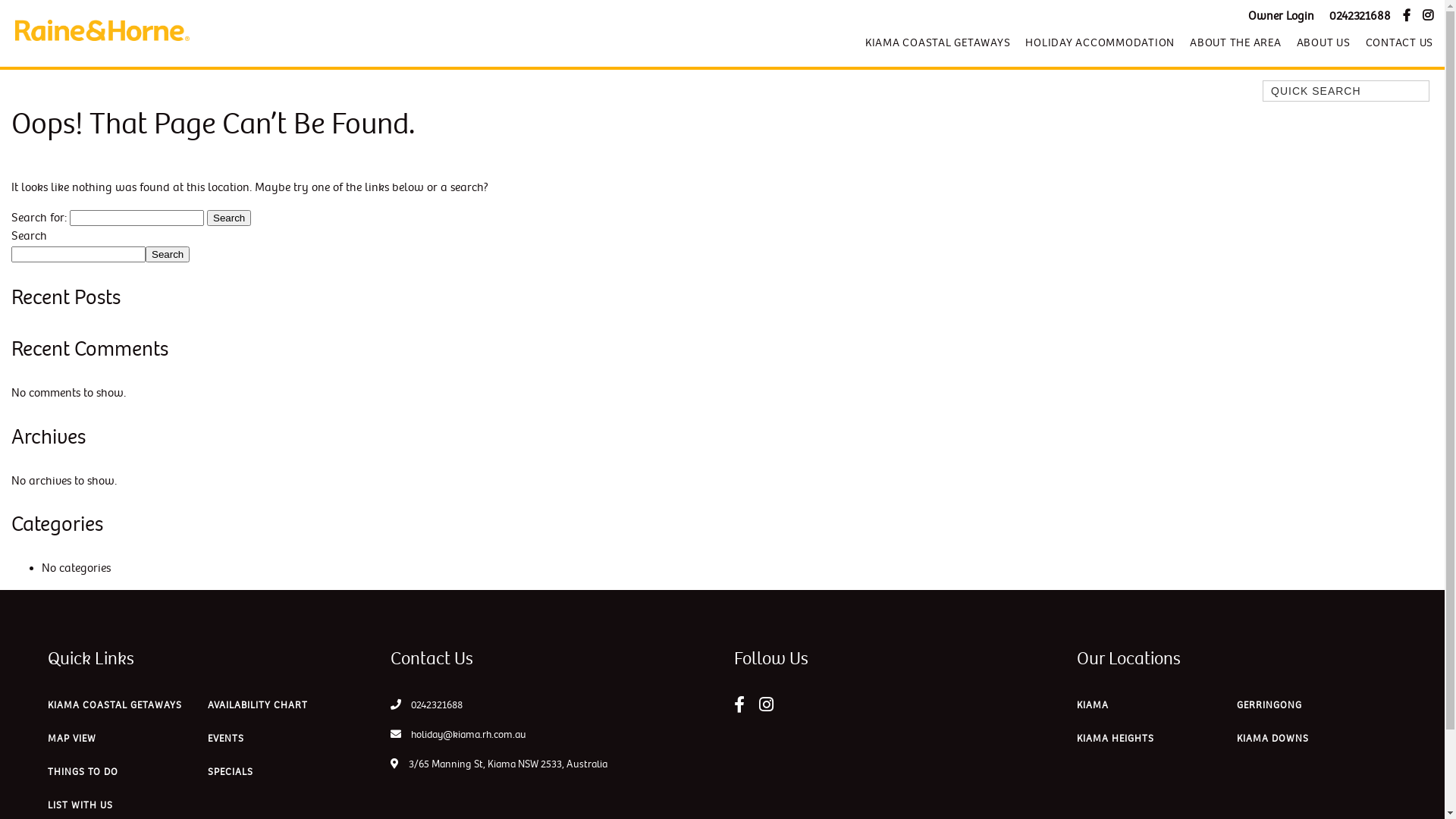 This screenshot has height=819, width=1456. Describe the element at coordinates (1237, 742) in the screenshot. I see `'KIAMA DOWNS'` at that location.